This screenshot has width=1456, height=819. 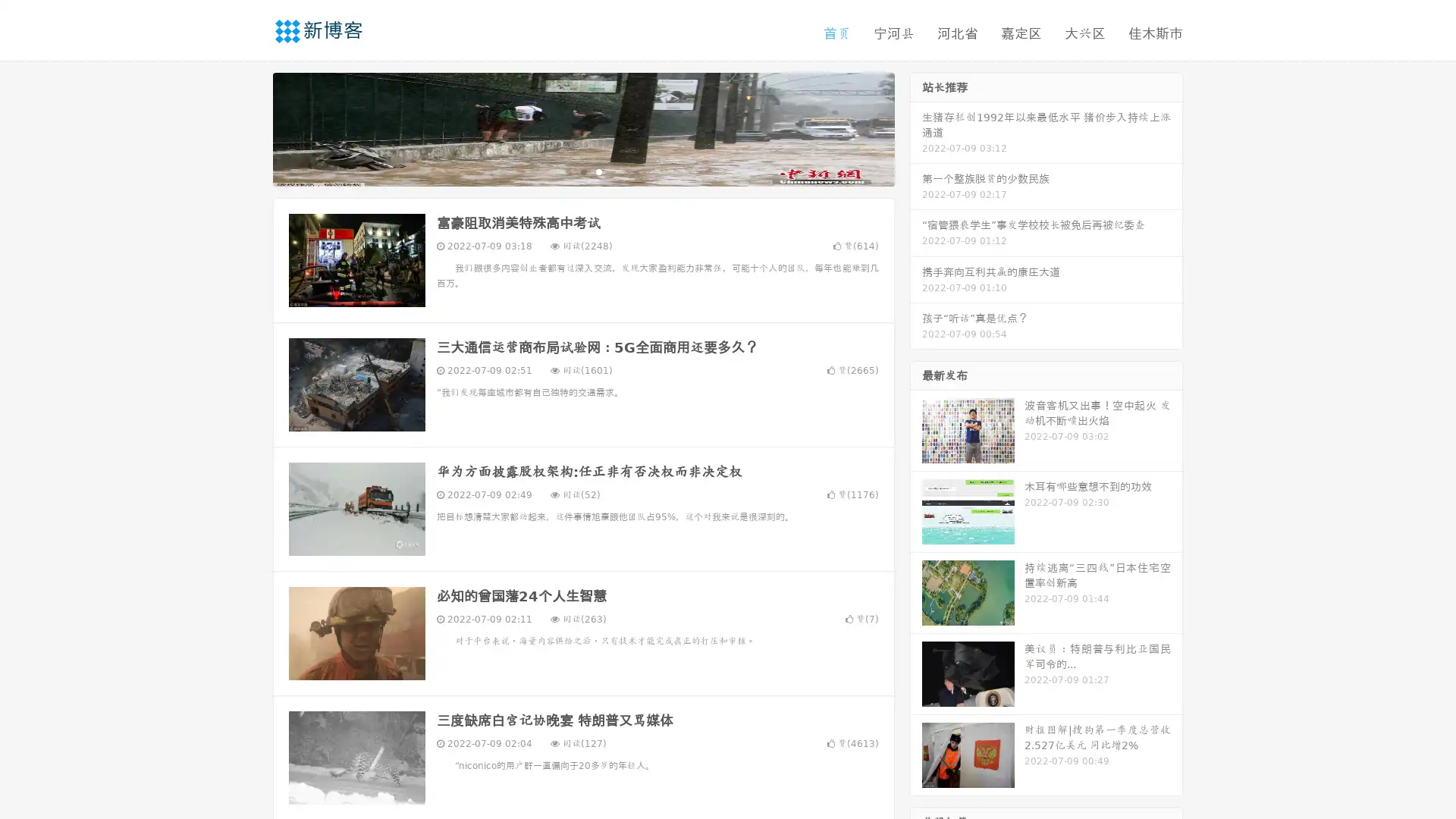 I want to click on Go to slide 3, so click(x=598, y=171).